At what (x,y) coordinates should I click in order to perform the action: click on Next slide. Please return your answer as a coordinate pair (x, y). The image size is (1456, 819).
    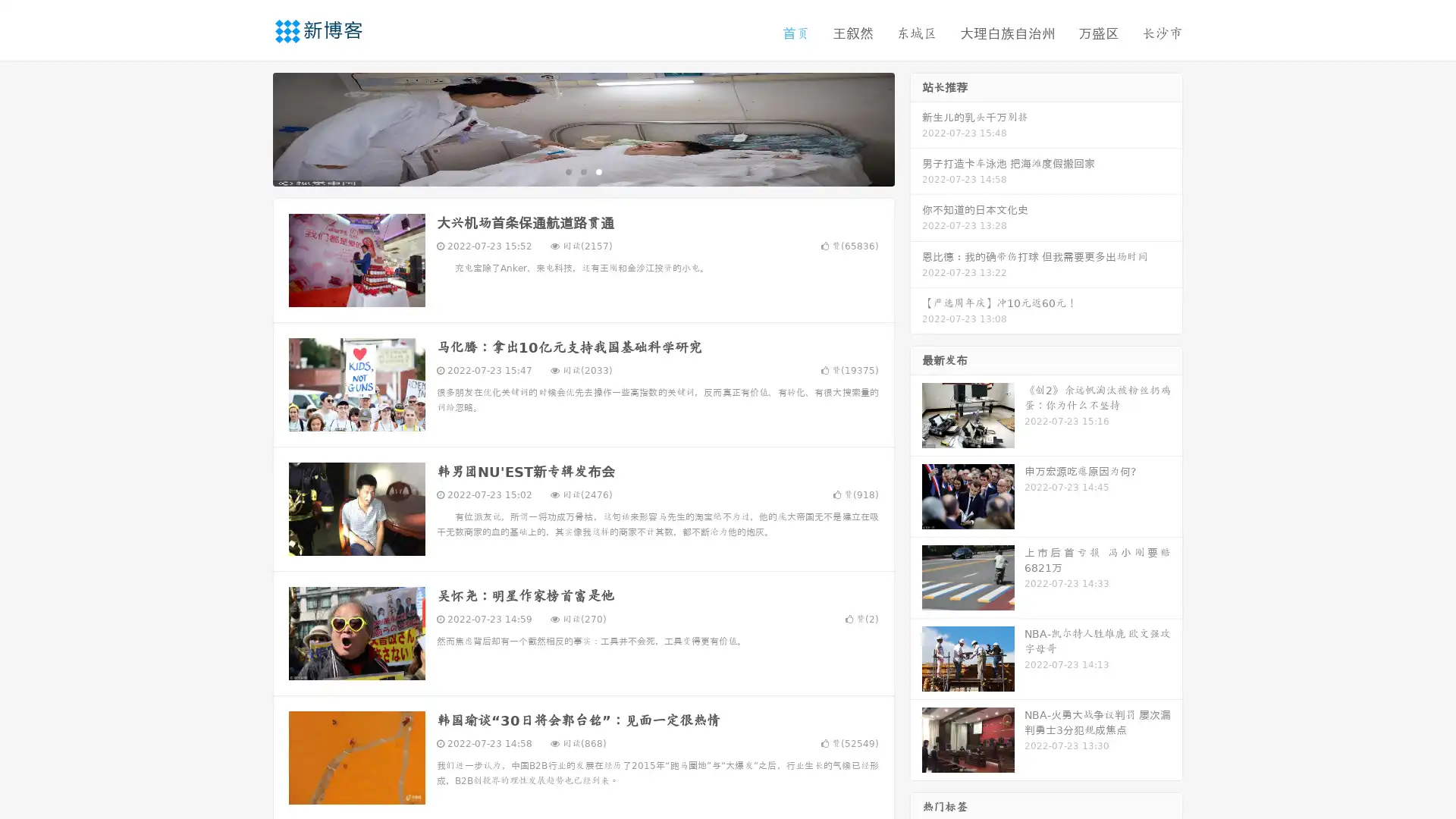
    Looking at the image, I should click on (916, 127).